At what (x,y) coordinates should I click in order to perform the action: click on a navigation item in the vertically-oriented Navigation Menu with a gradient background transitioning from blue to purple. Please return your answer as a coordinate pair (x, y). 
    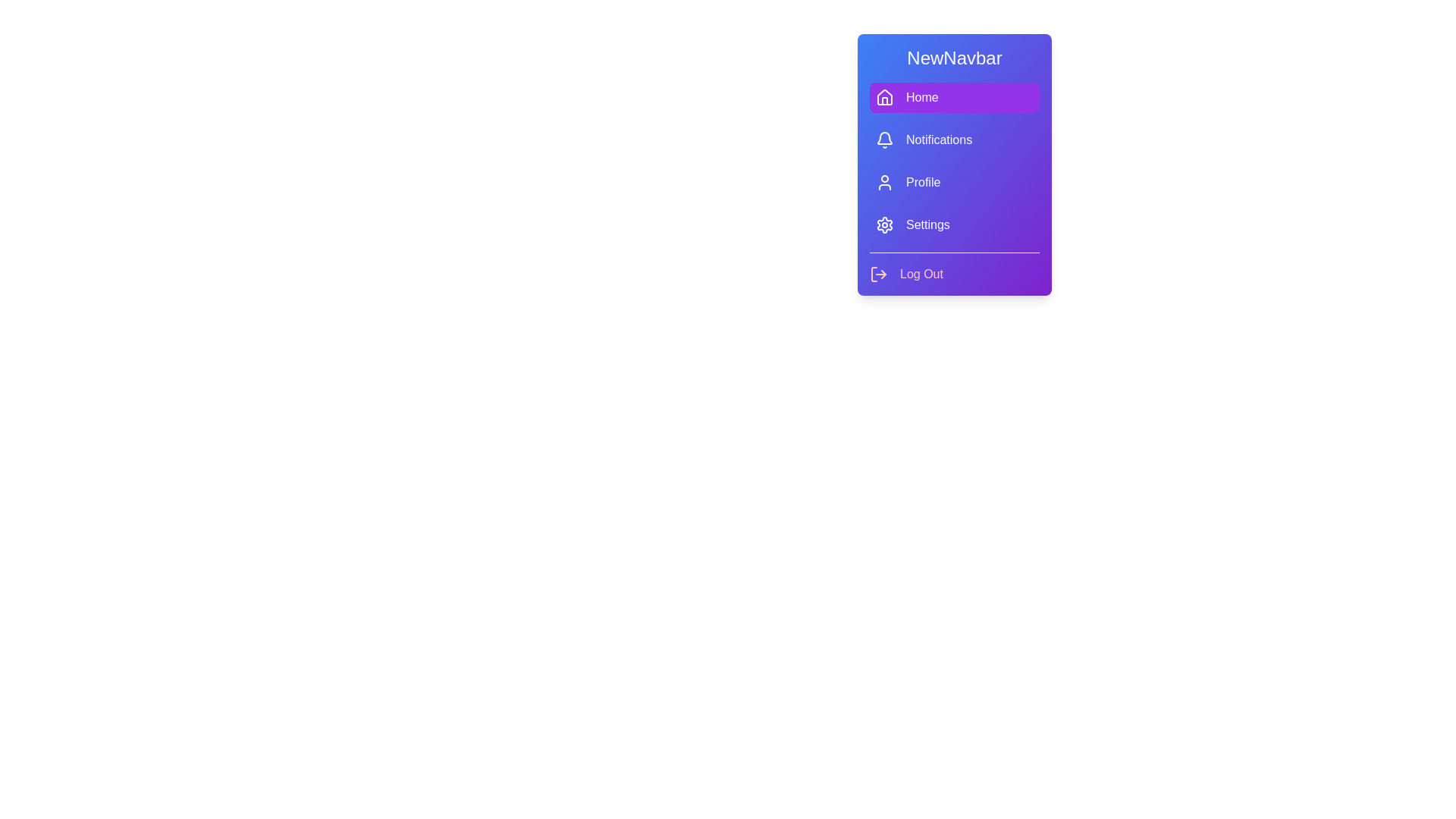
    Looking at the image, I should click on (953, 165).